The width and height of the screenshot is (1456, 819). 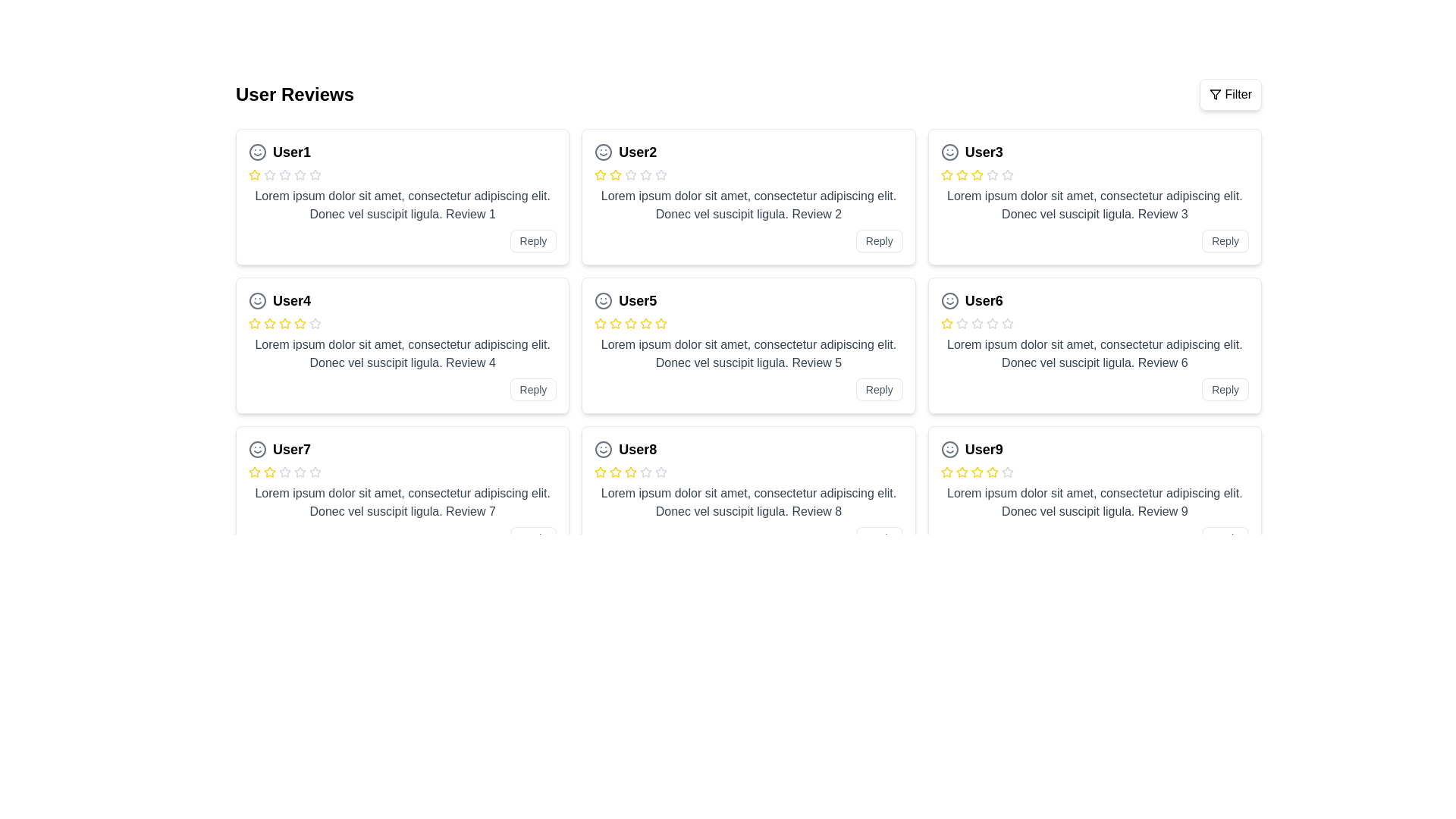 I want to click on the text label element displaying 'User9', which is styled with a larger font size and bold weight, located in the bottom-right corner of the review card under the 'User Reviews' section, so click(x=984, y=449).